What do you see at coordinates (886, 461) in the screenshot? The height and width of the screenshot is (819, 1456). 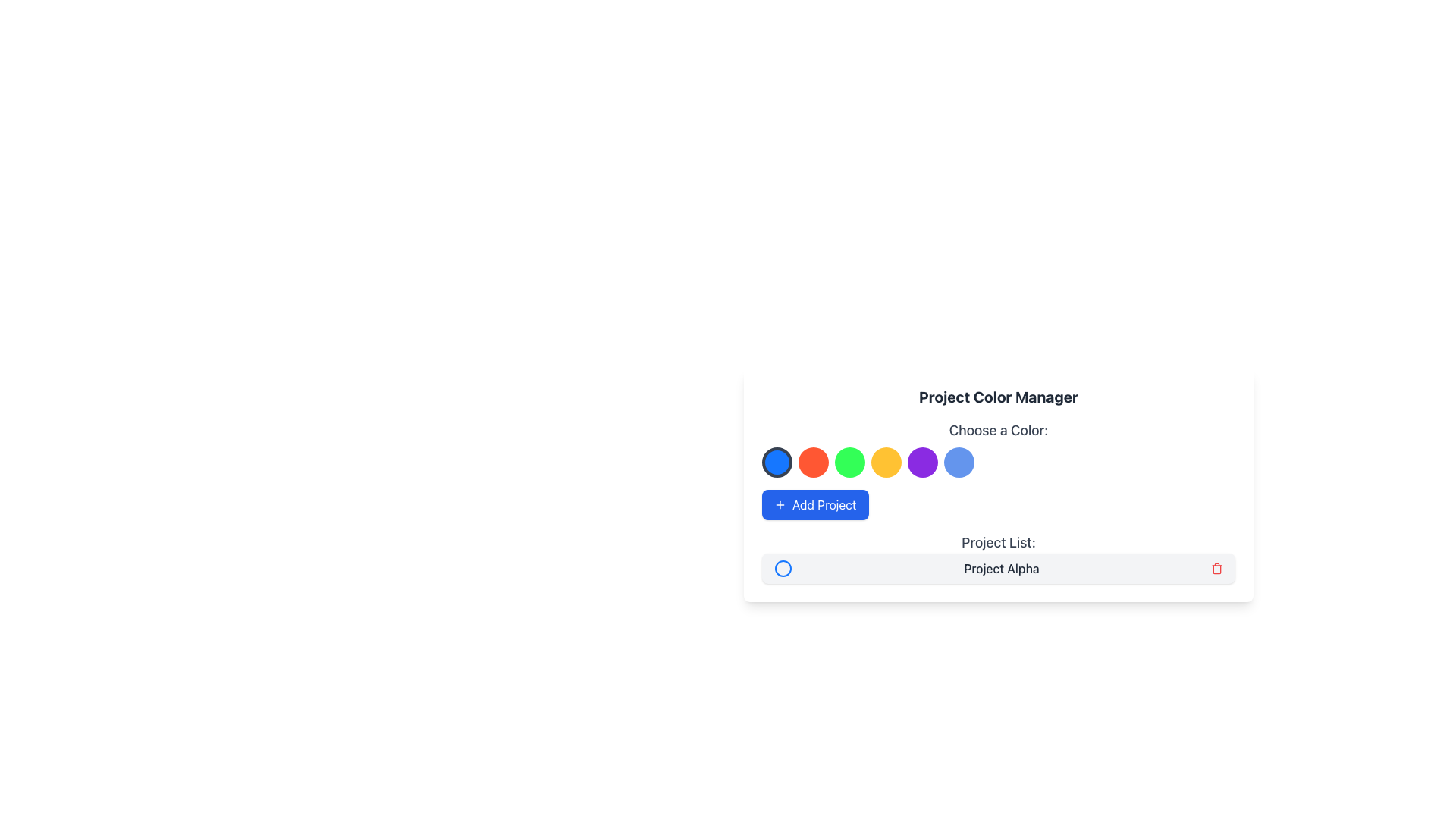 I see `the fourth circular button that allows the user to select yellow in the 'Choose a Color' section` at bounding box center [886, 461].